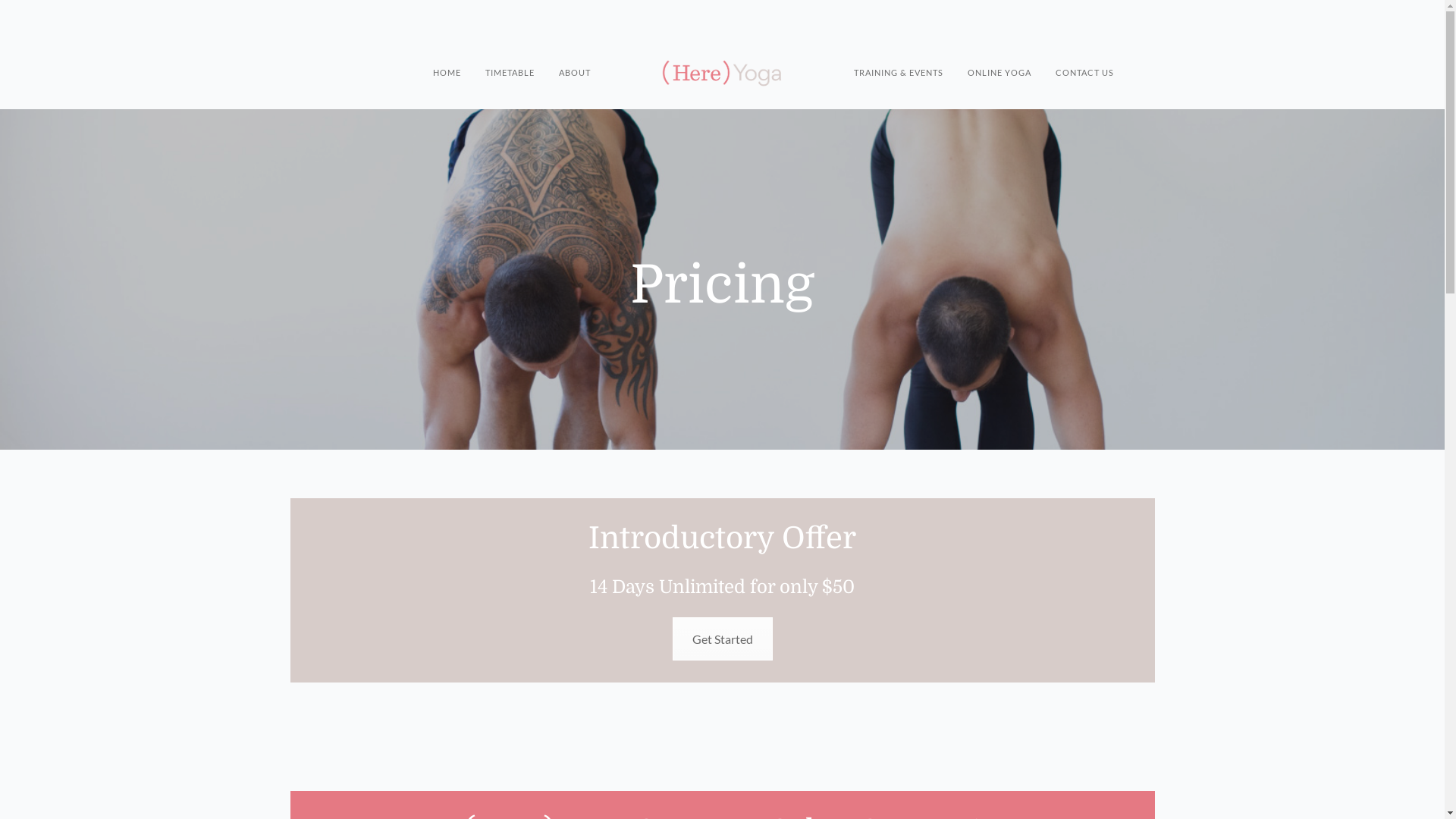  Describe the element at coordinates (999, 57) in the screenshot. I see `'ONLINE YOGA'` at that location.